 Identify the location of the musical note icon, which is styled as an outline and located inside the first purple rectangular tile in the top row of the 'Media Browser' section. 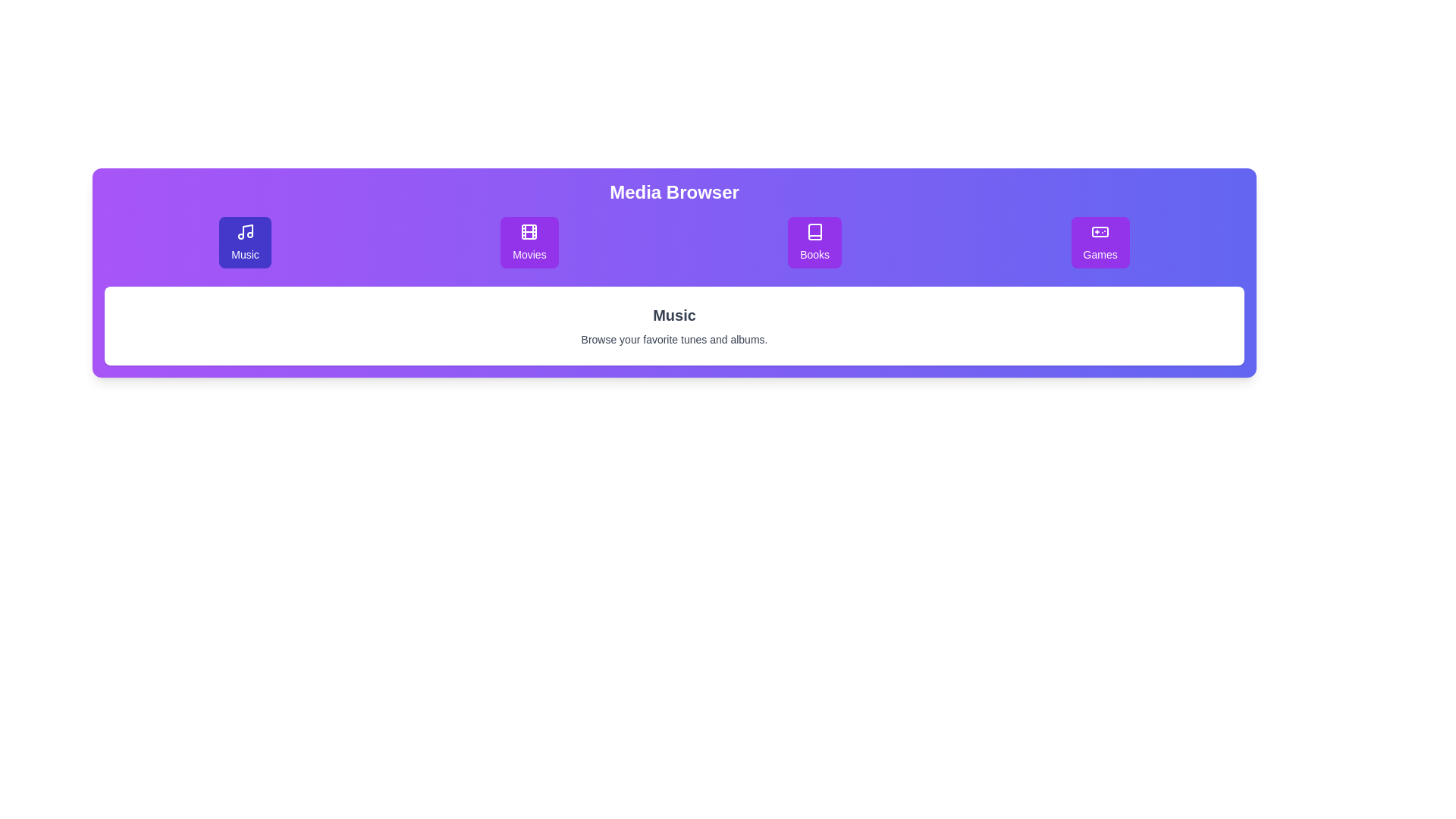
(245, 231).